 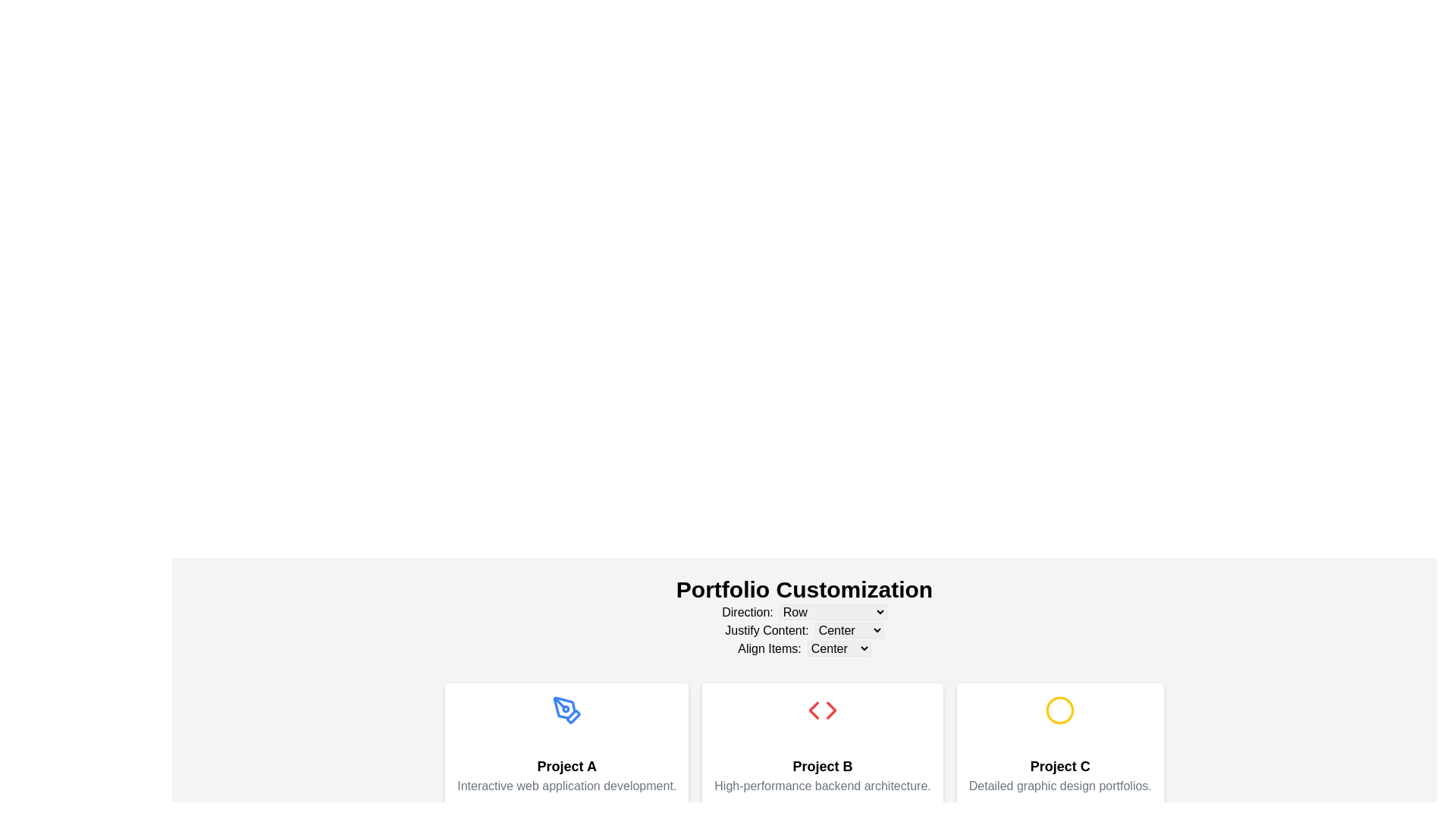 I want to click on visual design of the pen tool icon located at the center of the first card labeled 'Project A', so click(x=566, y=711).